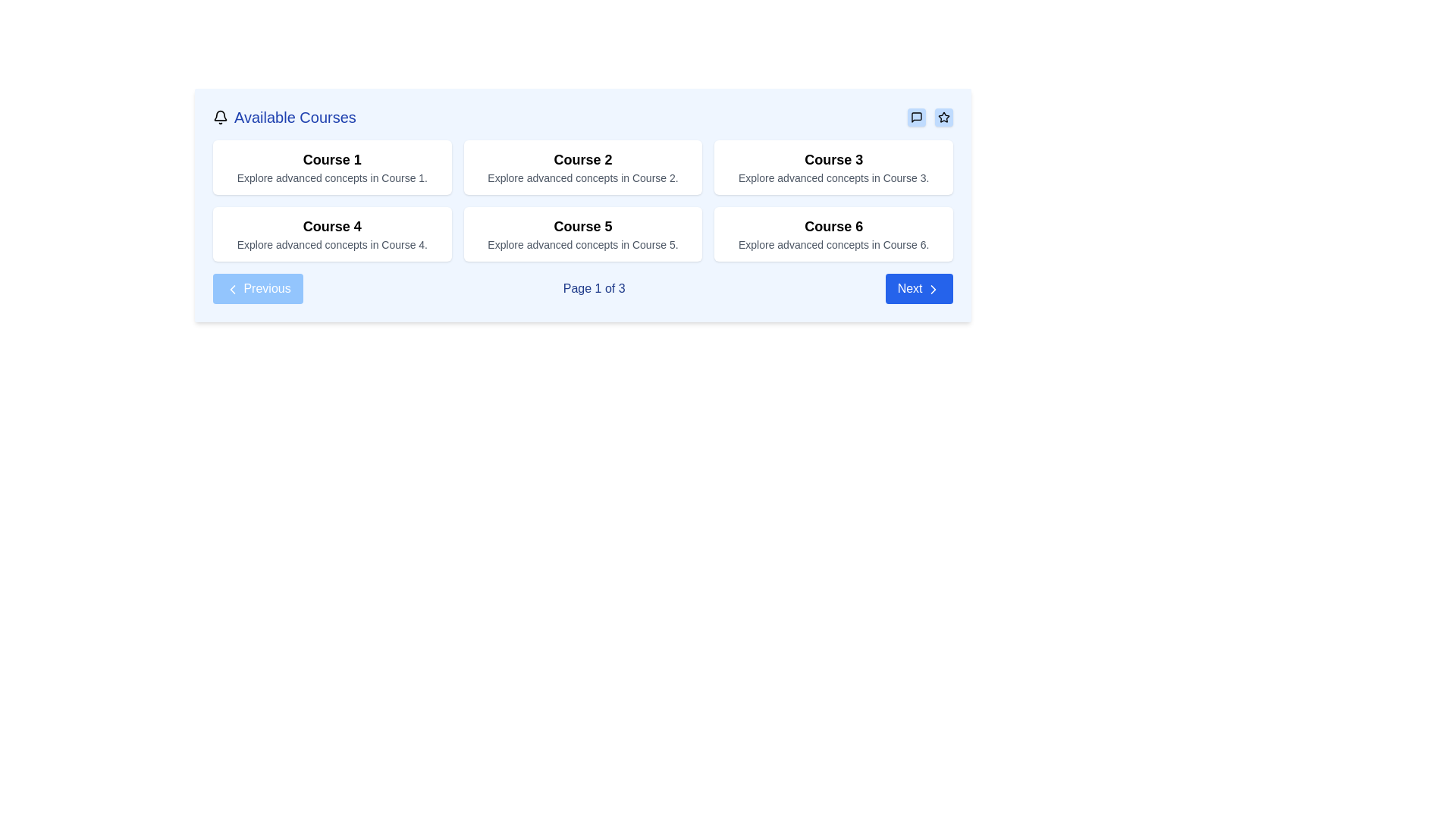 The width and height of the screenshot is (1456, 819). Describe the element at coordinates (943, 116) in the screenshot. I see `the star icon button with a blue background located at the upper-right corner of the panel` at that location.